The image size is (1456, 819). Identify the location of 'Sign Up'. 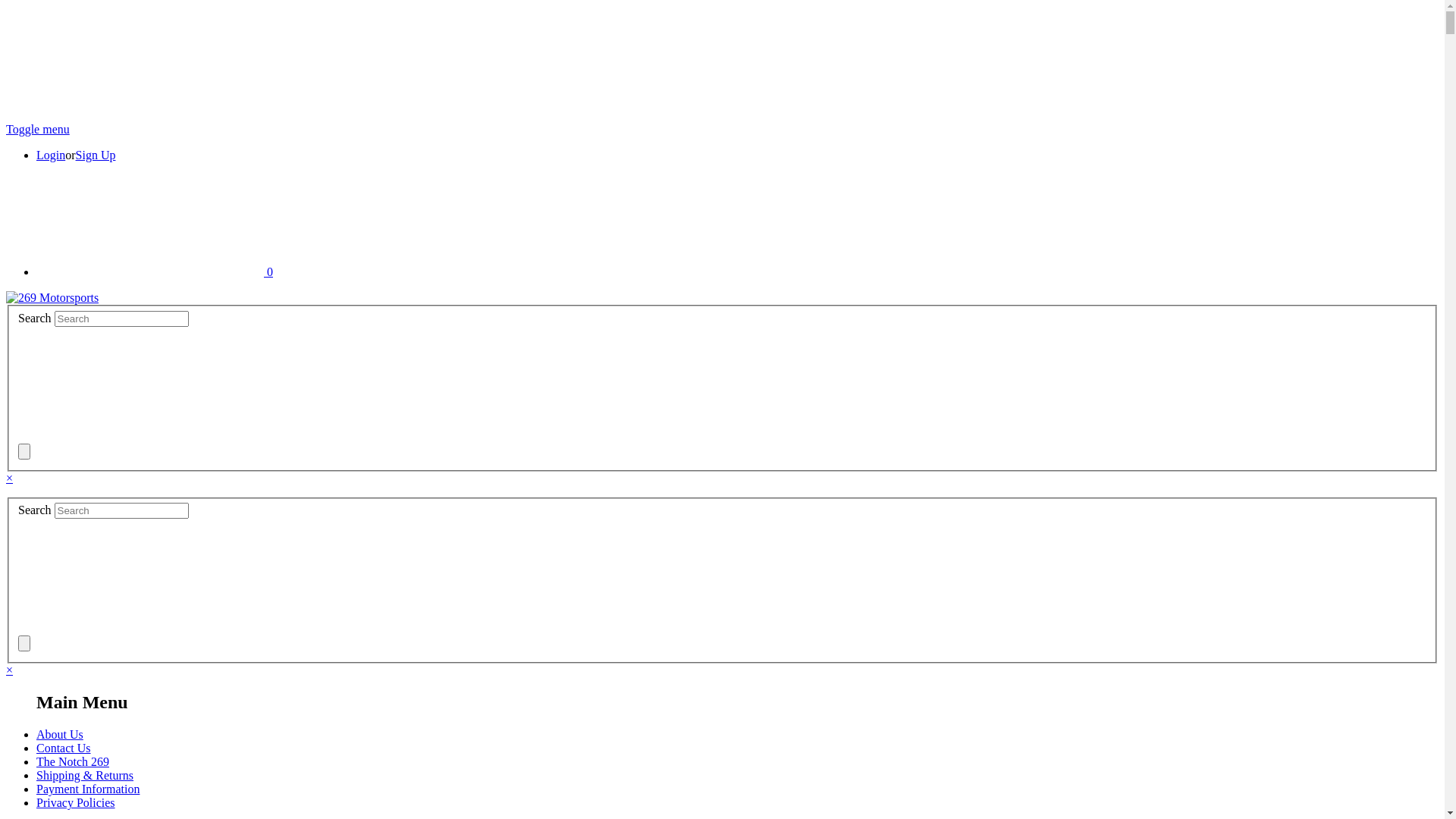
(95, 155).